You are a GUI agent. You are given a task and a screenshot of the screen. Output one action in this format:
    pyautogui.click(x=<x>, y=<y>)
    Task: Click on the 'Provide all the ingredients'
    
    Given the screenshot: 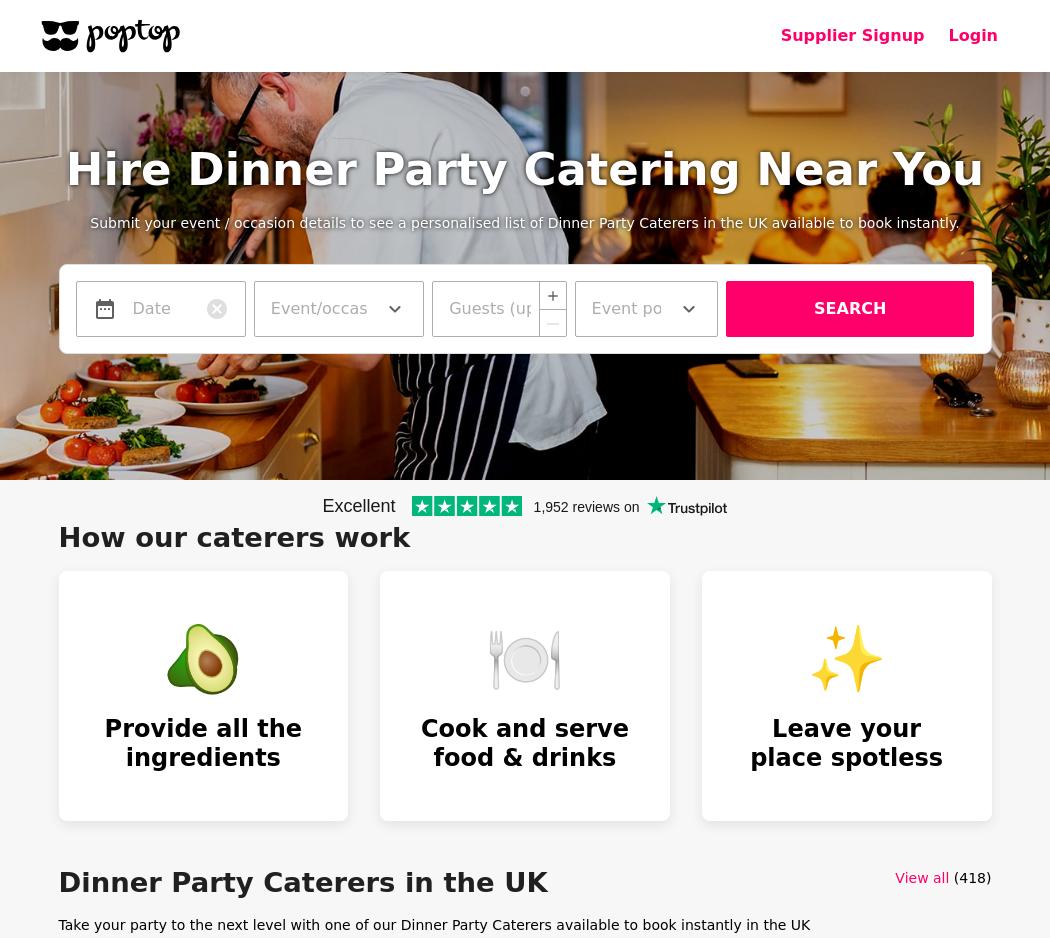 What is the action you would take?
    pyautogui.click(x=103, y=743)
    